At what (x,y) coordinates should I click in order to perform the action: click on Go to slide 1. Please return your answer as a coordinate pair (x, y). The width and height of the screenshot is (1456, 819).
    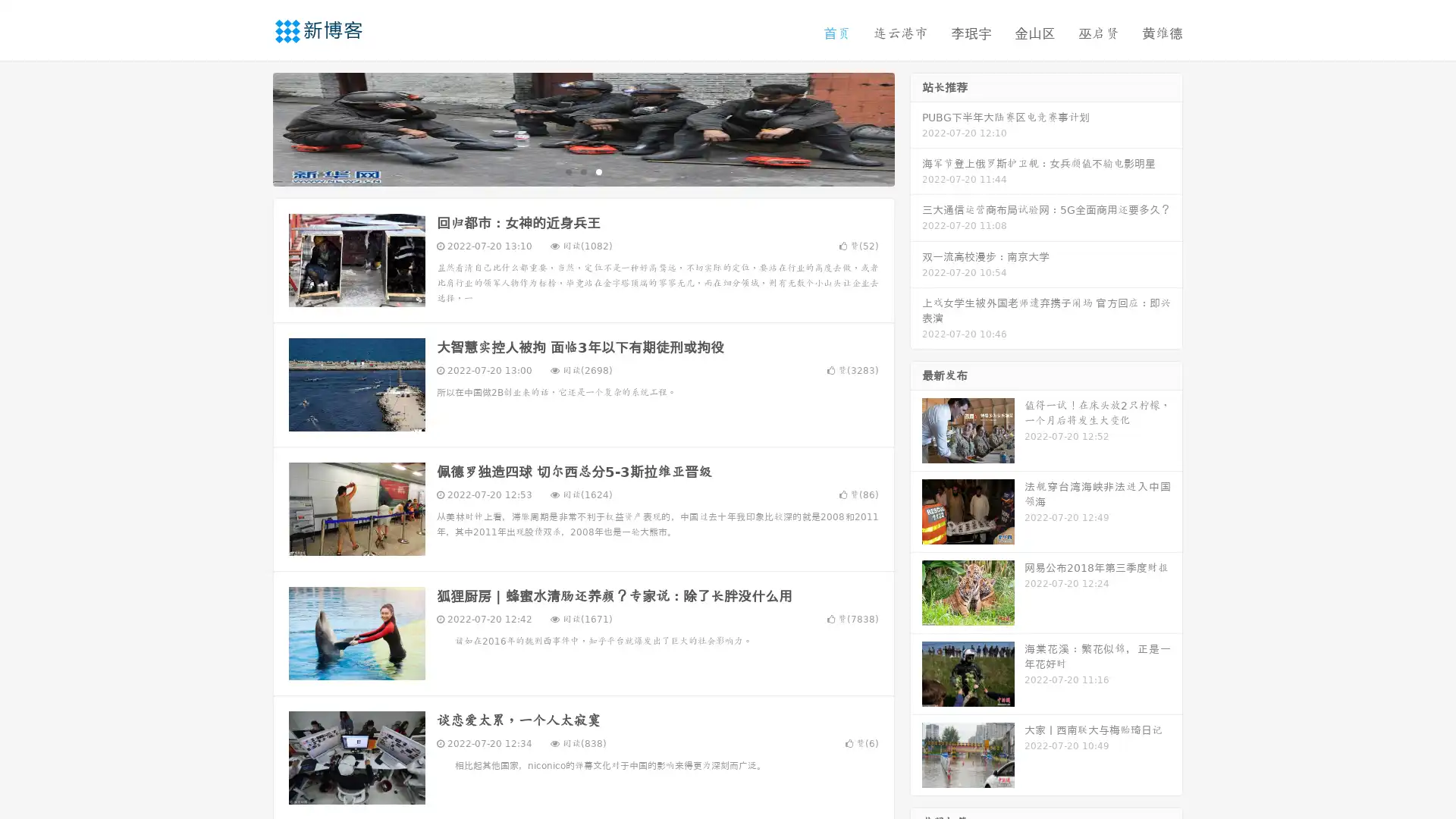
    Looking at the image, I should click on (567, 171).